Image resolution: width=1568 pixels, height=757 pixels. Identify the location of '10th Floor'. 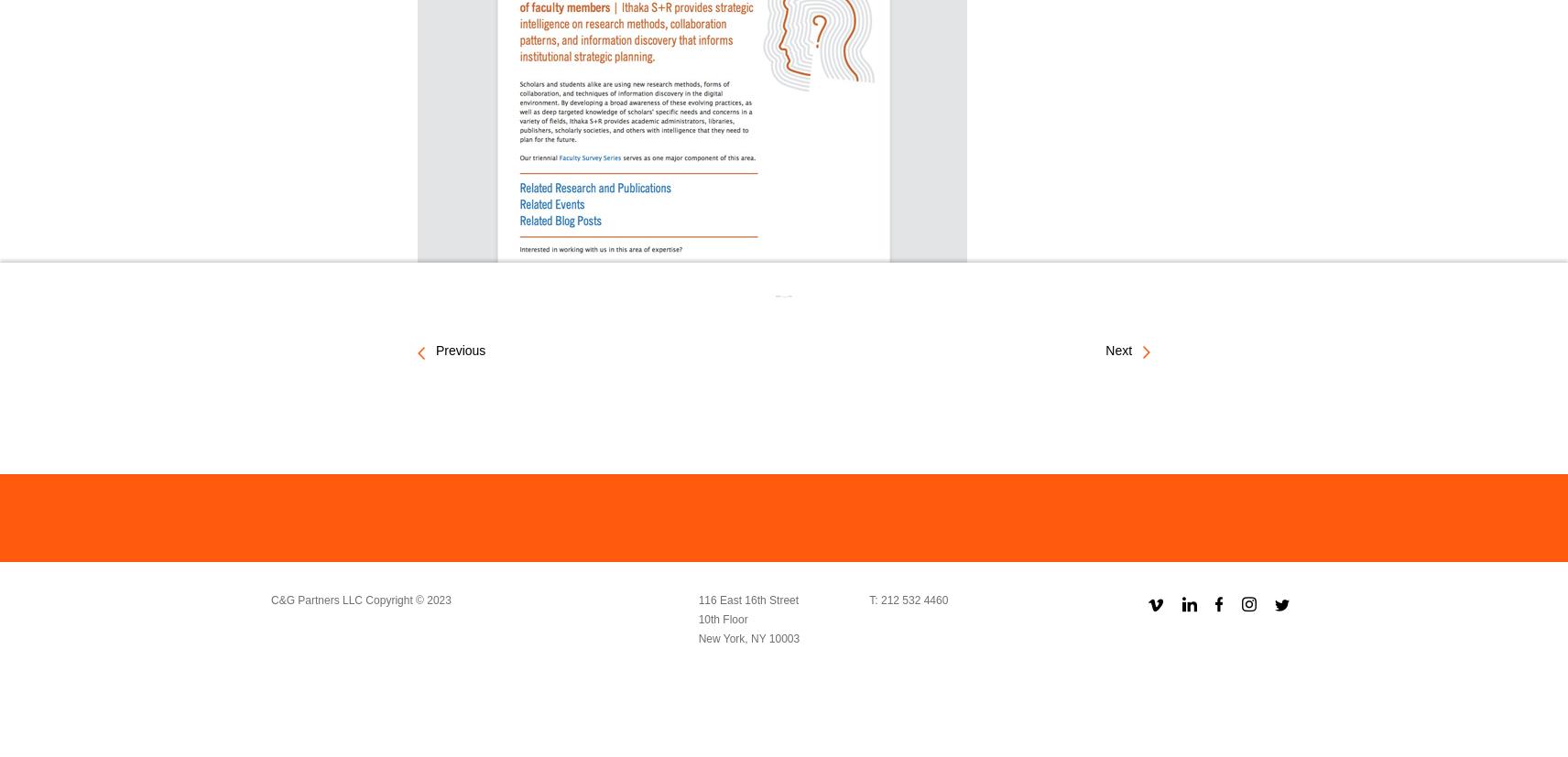
(723, 618).